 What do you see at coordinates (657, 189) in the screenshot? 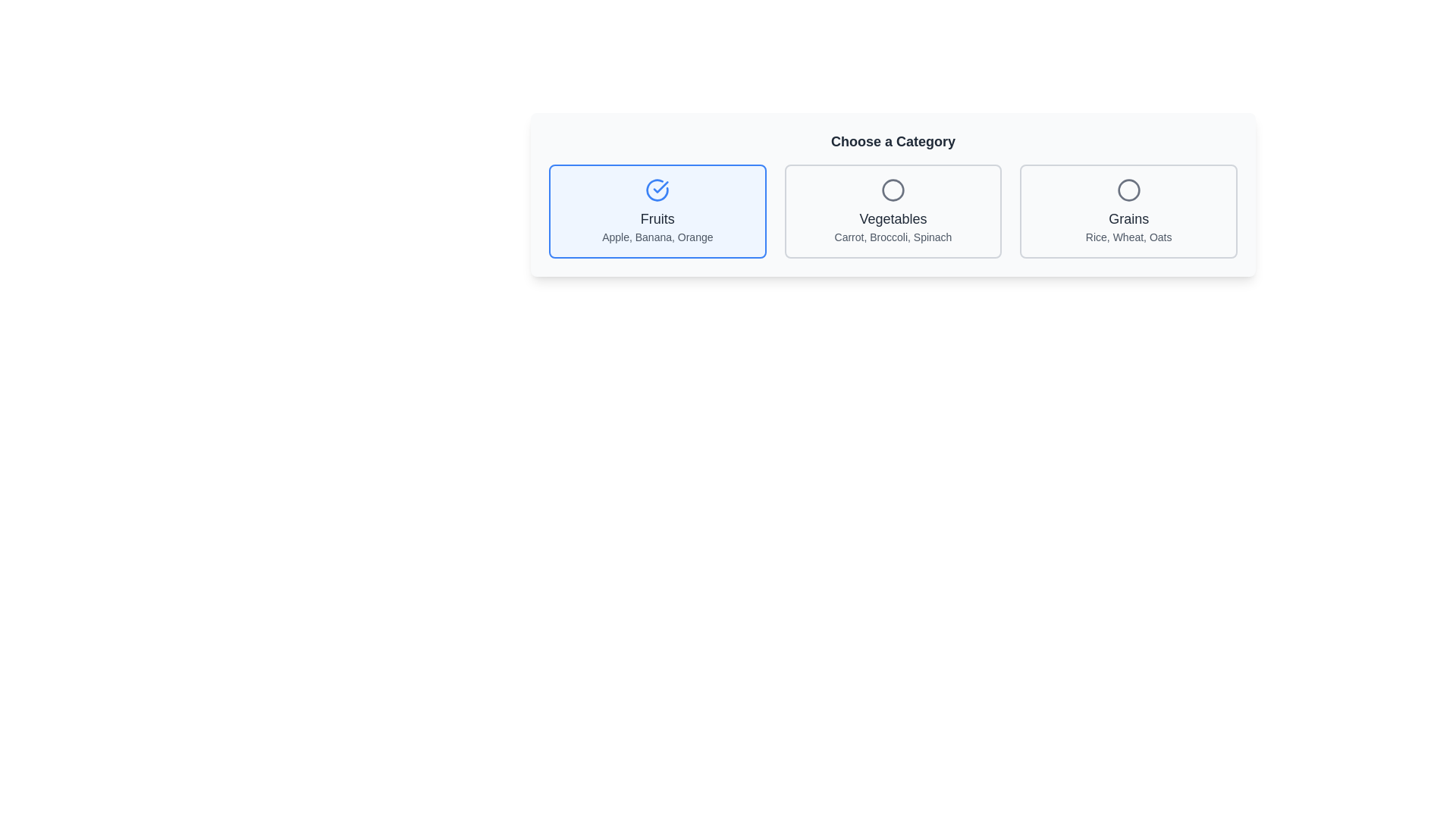
I see `styling of the circular selection indicator icon with a blue and white checkmark, located in the upper central section of the 'Fruits' card` at bounding box center [657, 189].